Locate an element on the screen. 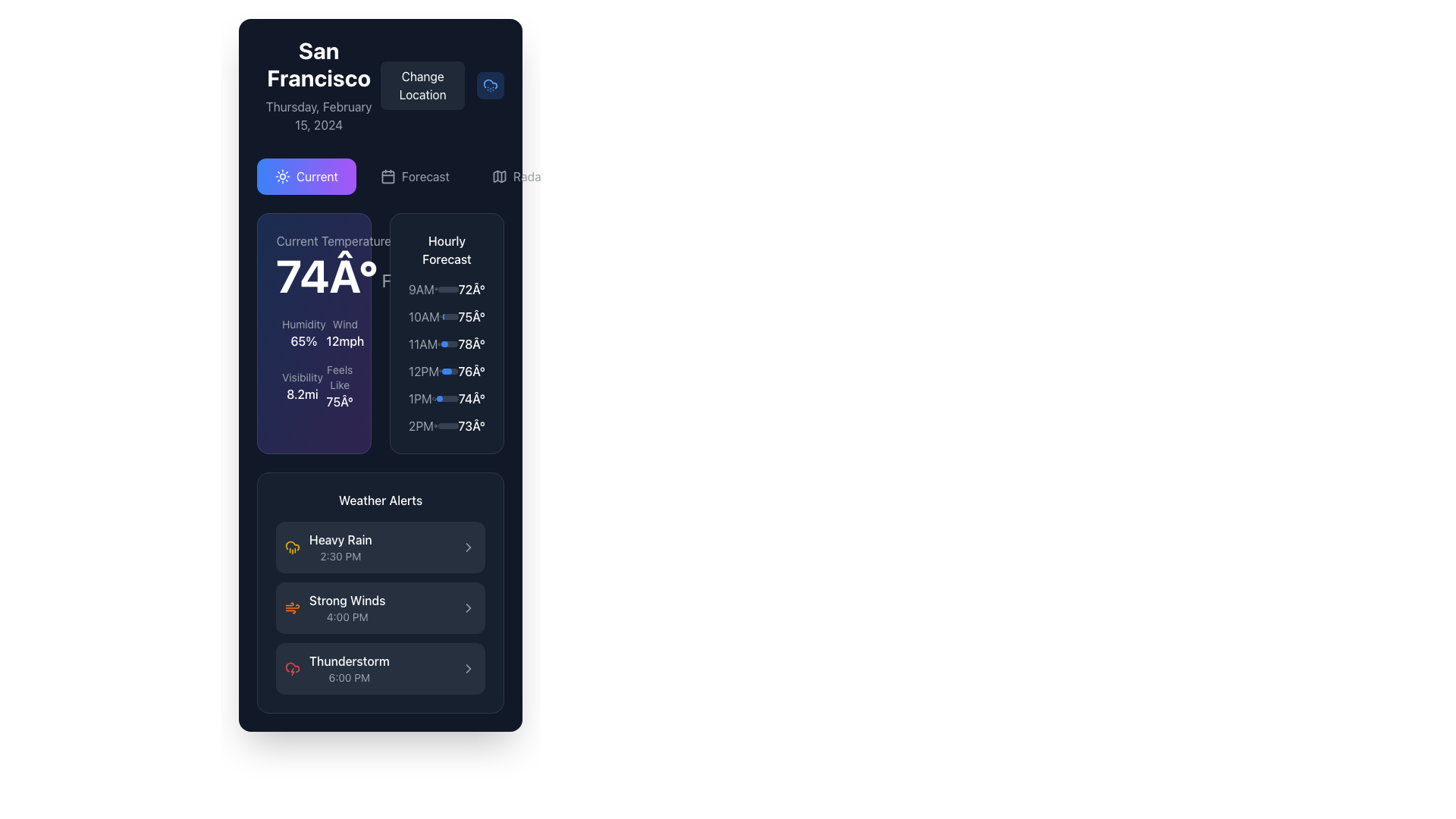 The width and height of the screenshot is (1456, 819). progress bar located centrally in the hourly forecast section, which has a gray background and a blue segment indicating progress is located at coordinates (447, 289).